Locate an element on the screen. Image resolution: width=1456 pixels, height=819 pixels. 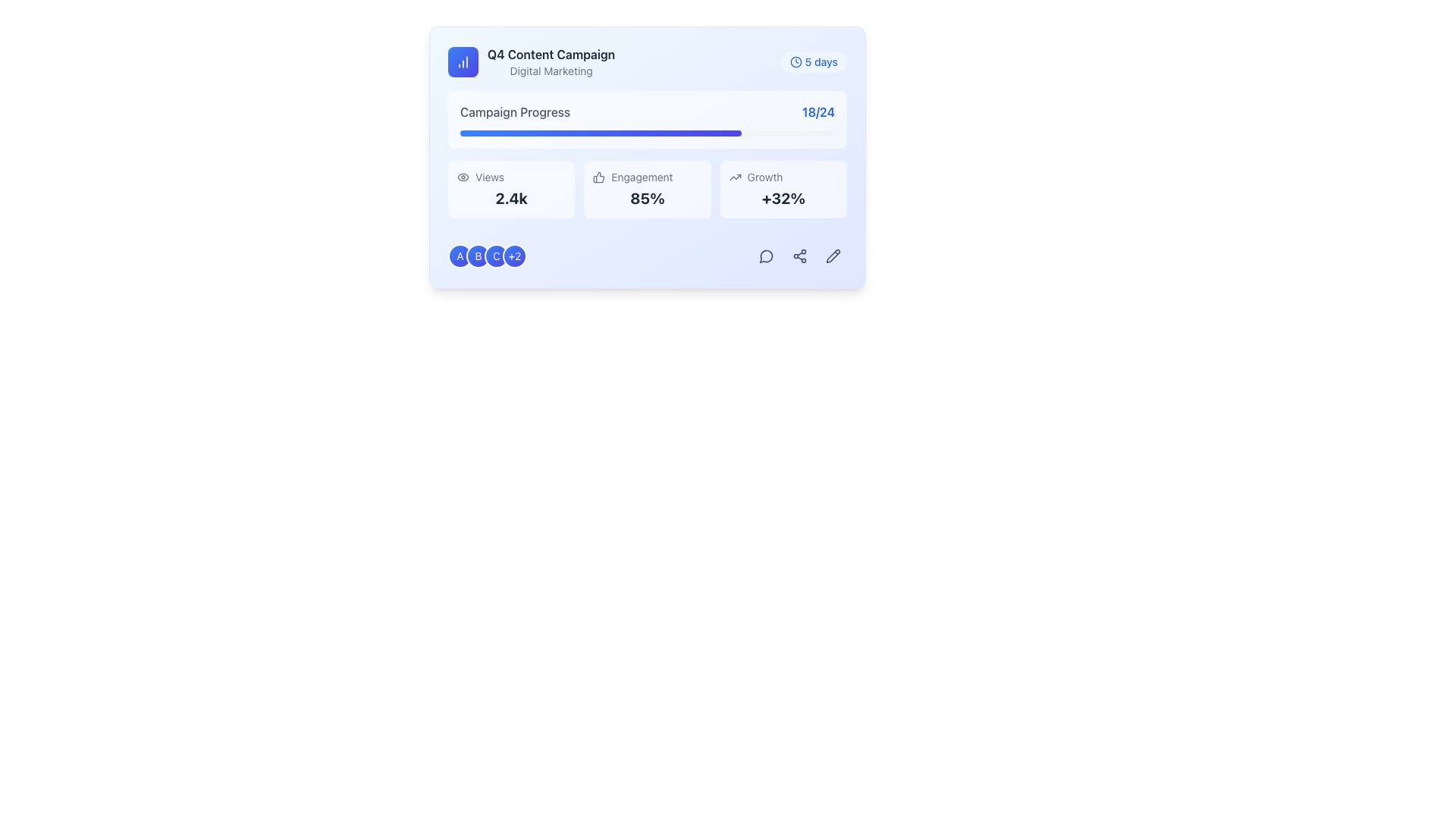
the sharing icon located in the bottom-right corner of the card layout, which is the second icon in a row of three is located at coordinates (799, 256).